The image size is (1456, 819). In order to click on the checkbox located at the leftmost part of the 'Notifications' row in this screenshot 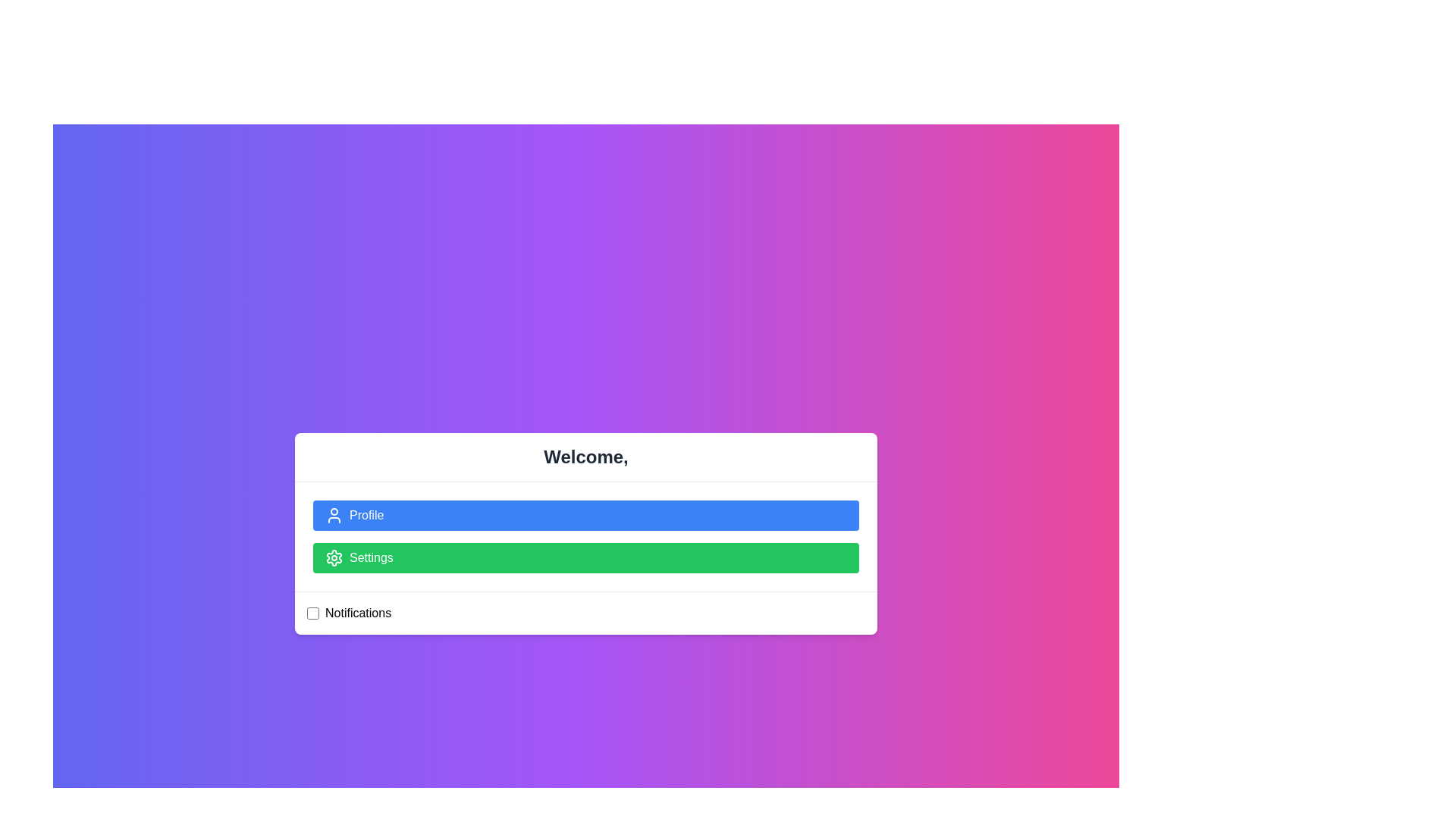, I will do `click(312, 613)`.